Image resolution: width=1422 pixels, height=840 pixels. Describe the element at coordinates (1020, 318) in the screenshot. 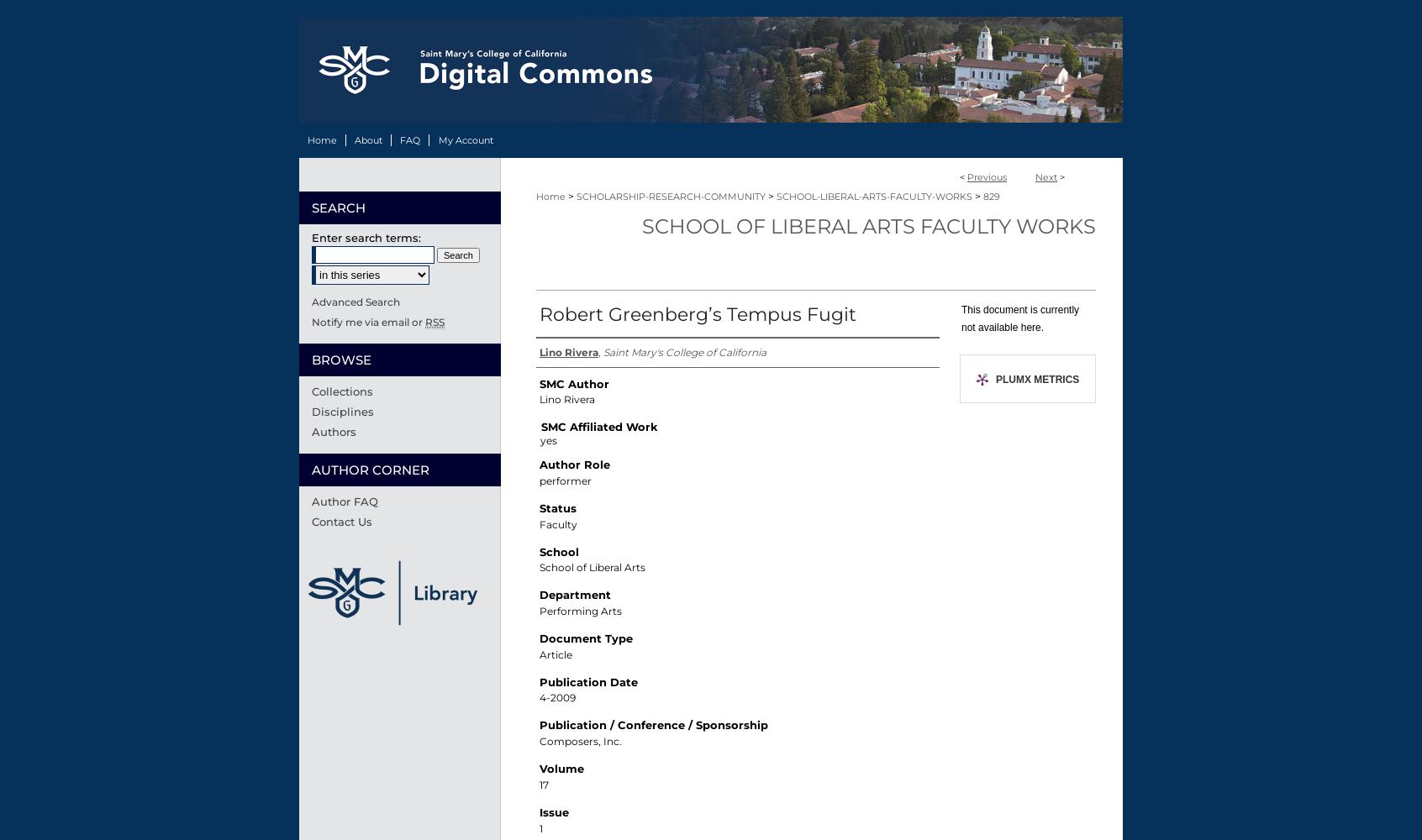

I see `'This document is currently not available here.'` at that location.